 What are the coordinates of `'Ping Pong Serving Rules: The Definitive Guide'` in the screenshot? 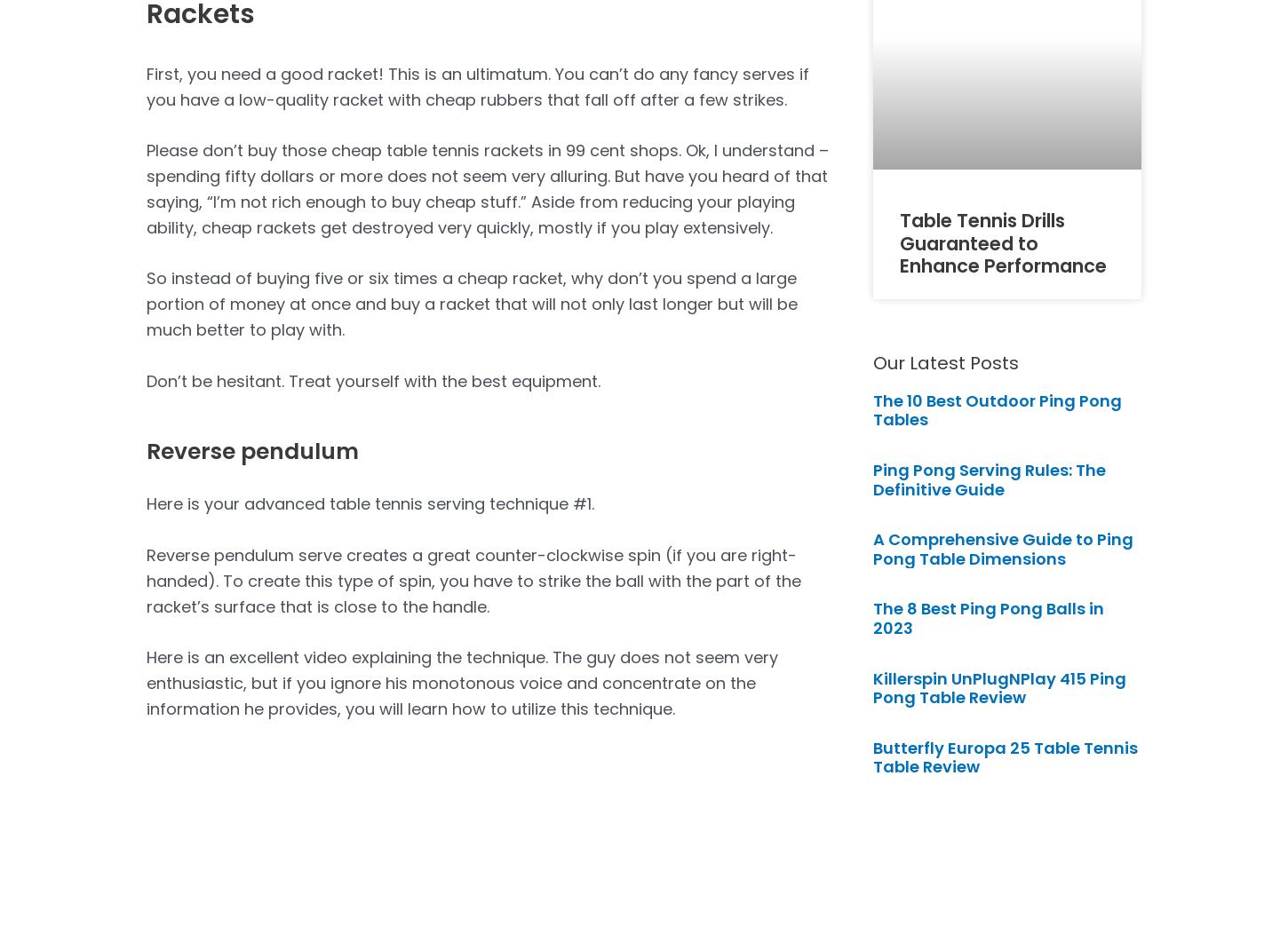 It's located at (989, 479).